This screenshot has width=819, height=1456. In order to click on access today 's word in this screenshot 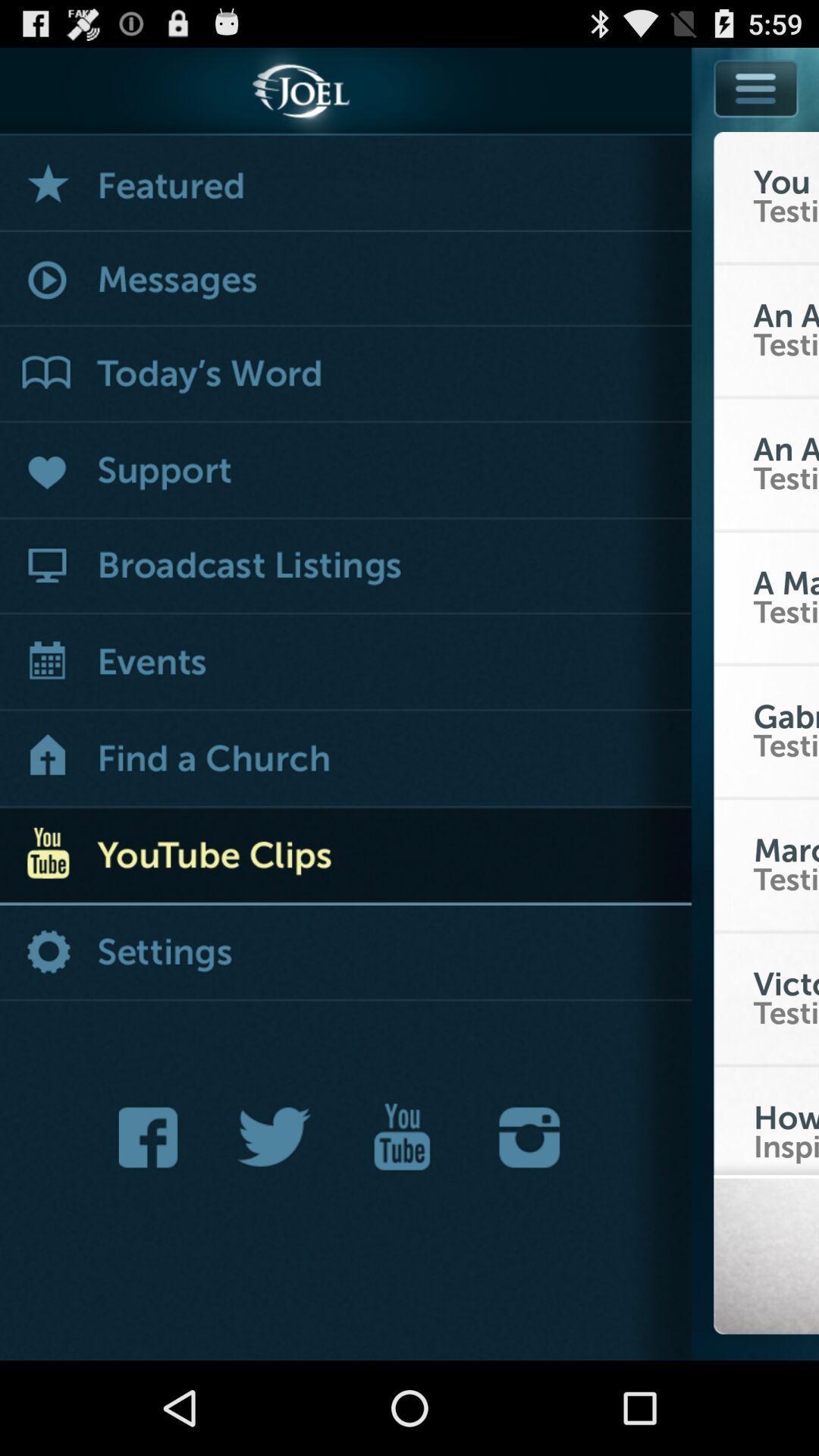, I will do `click(345, 375)`.